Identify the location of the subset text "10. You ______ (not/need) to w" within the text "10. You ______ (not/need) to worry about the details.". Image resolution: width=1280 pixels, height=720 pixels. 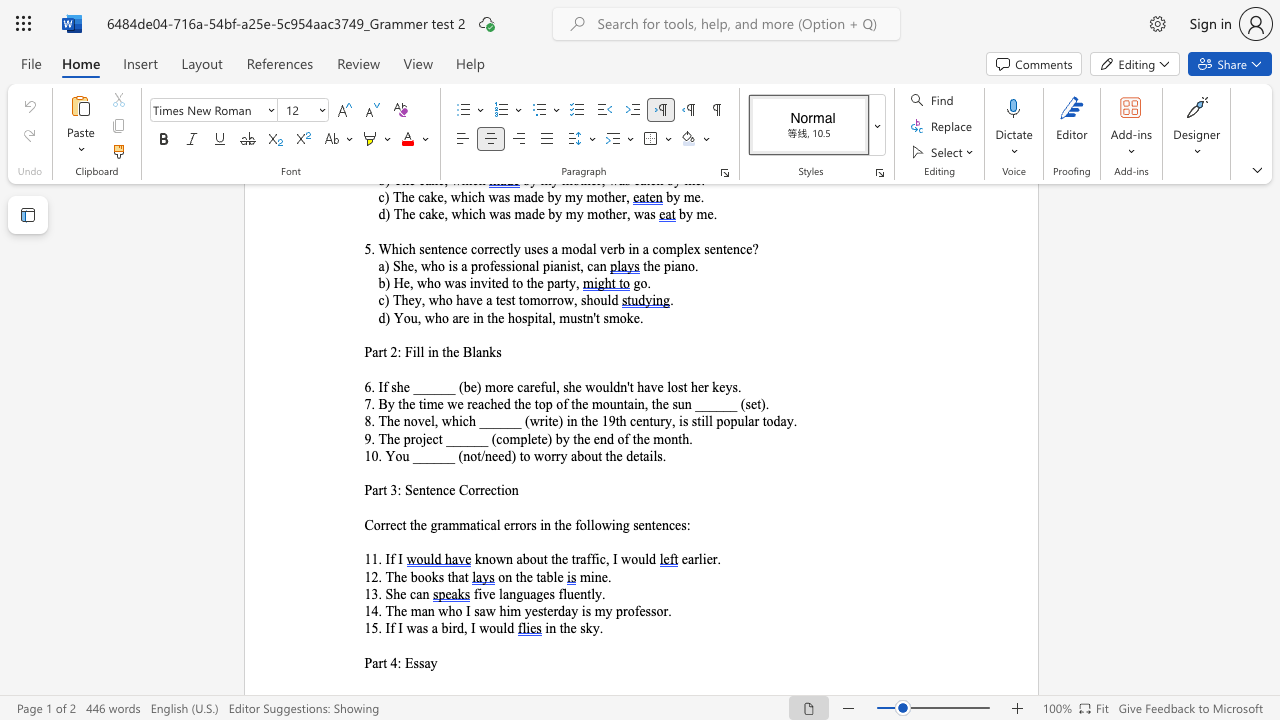
(364, 456).